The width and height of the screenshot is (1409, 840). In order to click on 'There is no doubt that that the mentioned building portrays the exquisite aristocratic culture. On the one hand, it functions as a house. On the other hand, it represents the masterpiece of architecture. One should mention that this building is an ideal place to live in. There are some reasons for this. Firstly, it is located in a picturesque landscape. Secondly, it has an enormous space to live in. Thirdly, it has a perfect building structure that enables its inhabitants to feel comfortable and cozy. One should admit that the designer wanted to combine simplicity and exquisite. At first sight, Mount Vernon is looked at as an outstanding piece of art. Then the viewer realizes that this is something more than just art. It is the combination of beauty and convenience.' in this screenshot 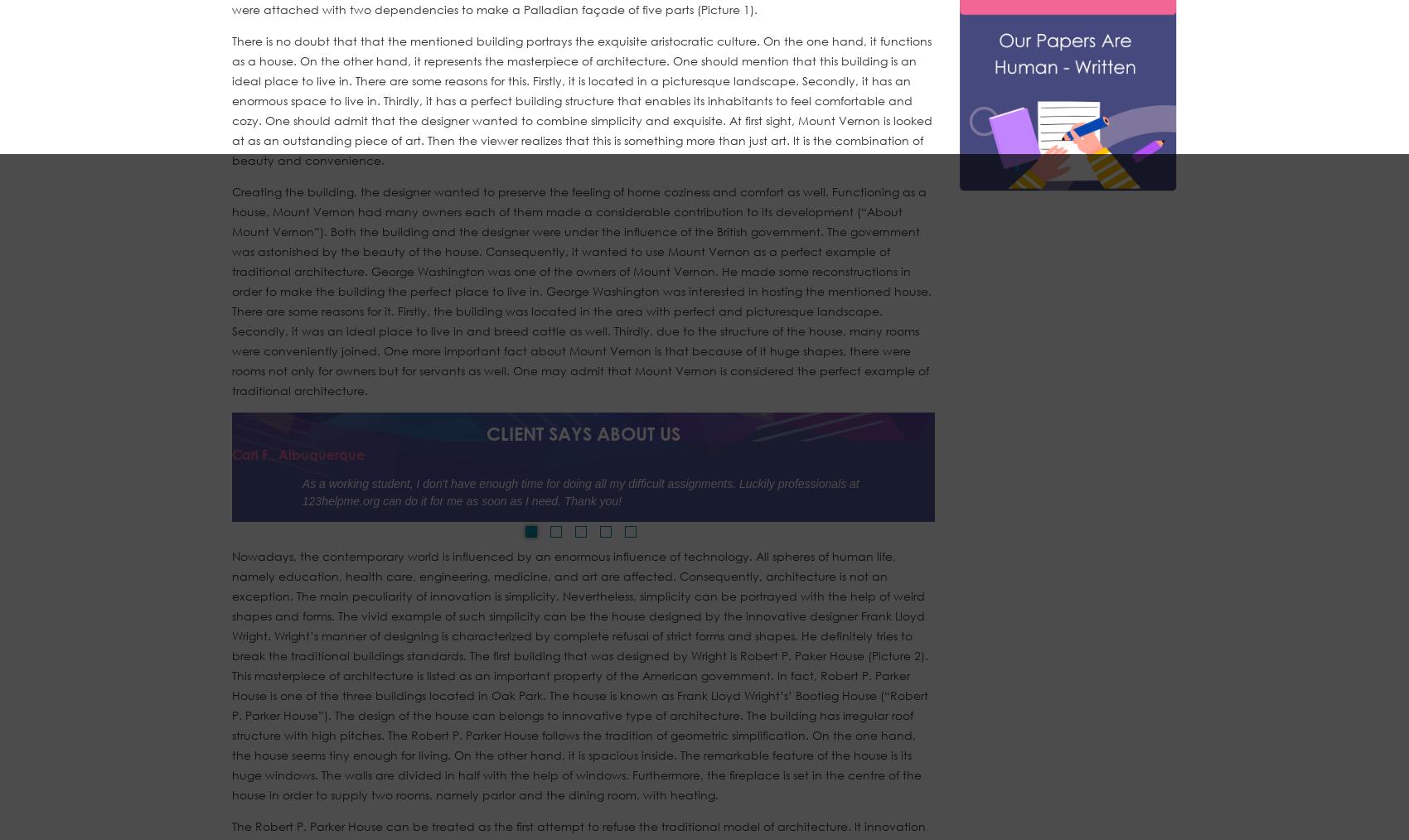, I will do `click(582, 99)`.